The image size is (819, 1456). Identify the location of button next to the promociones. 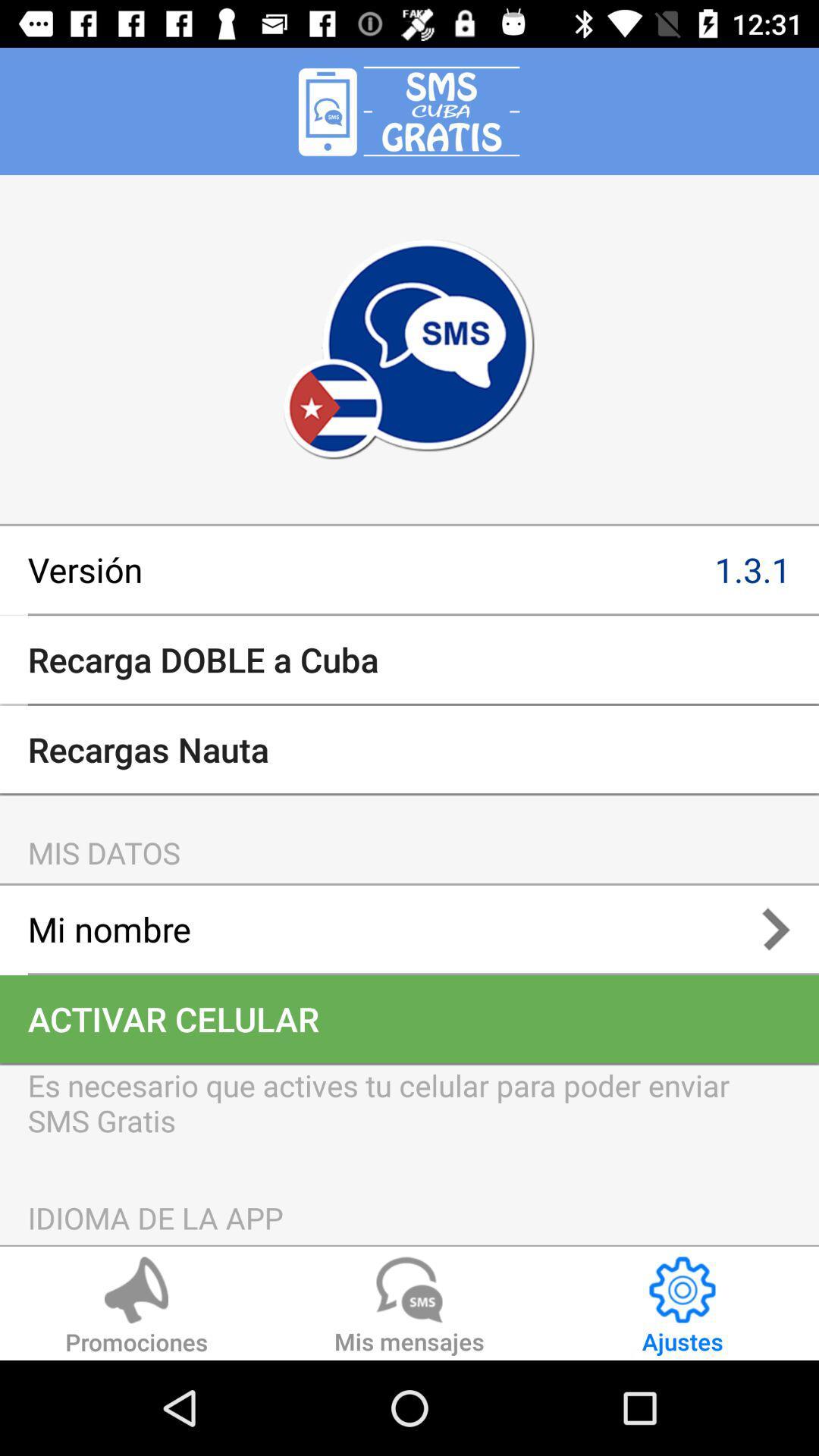
(409, 1307).